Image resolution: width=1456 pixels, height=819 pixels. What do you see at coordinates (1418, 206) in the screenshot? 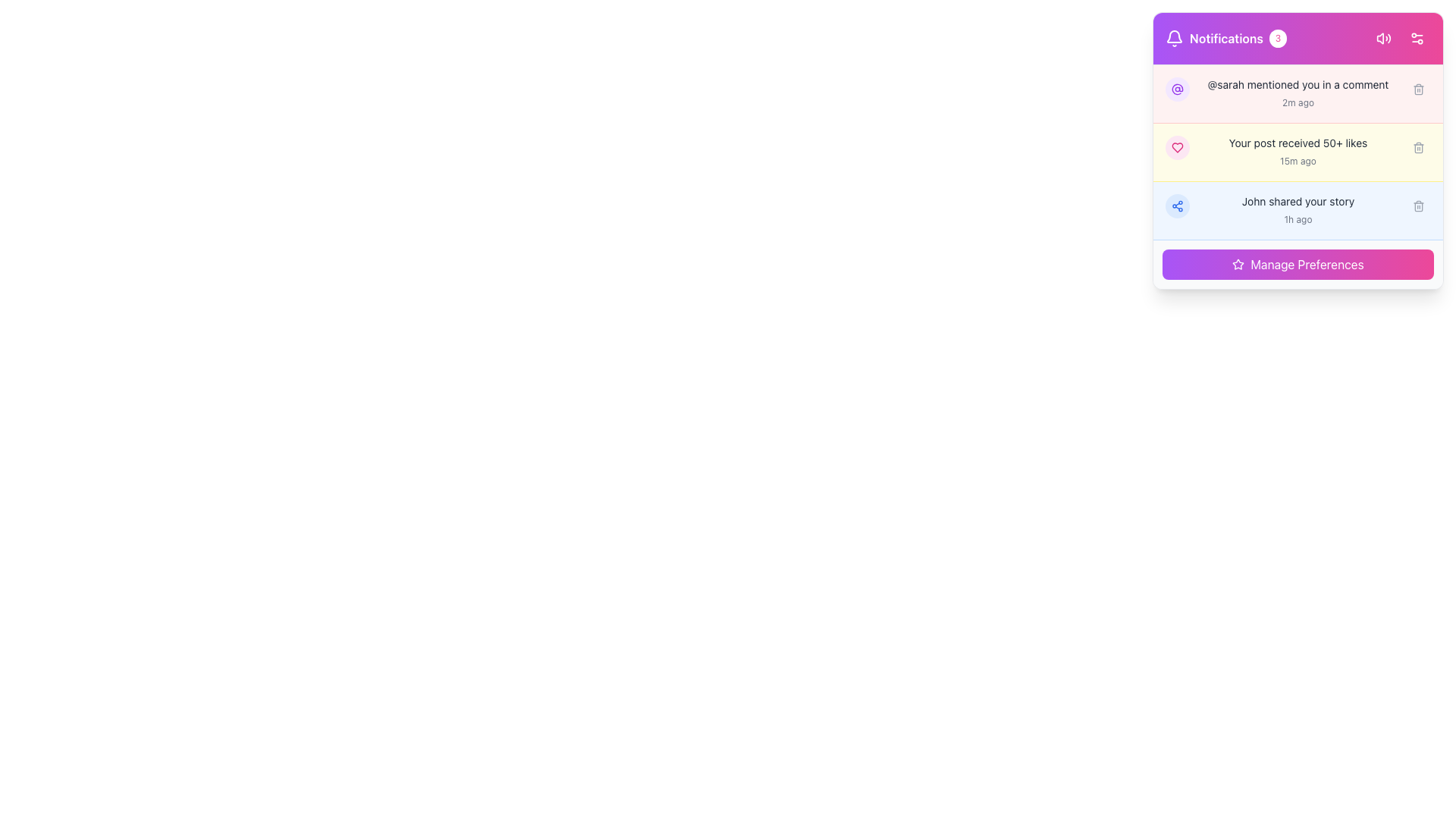
I see `the trashcan icon representing the delete action` at bounding box center [1418, 206].